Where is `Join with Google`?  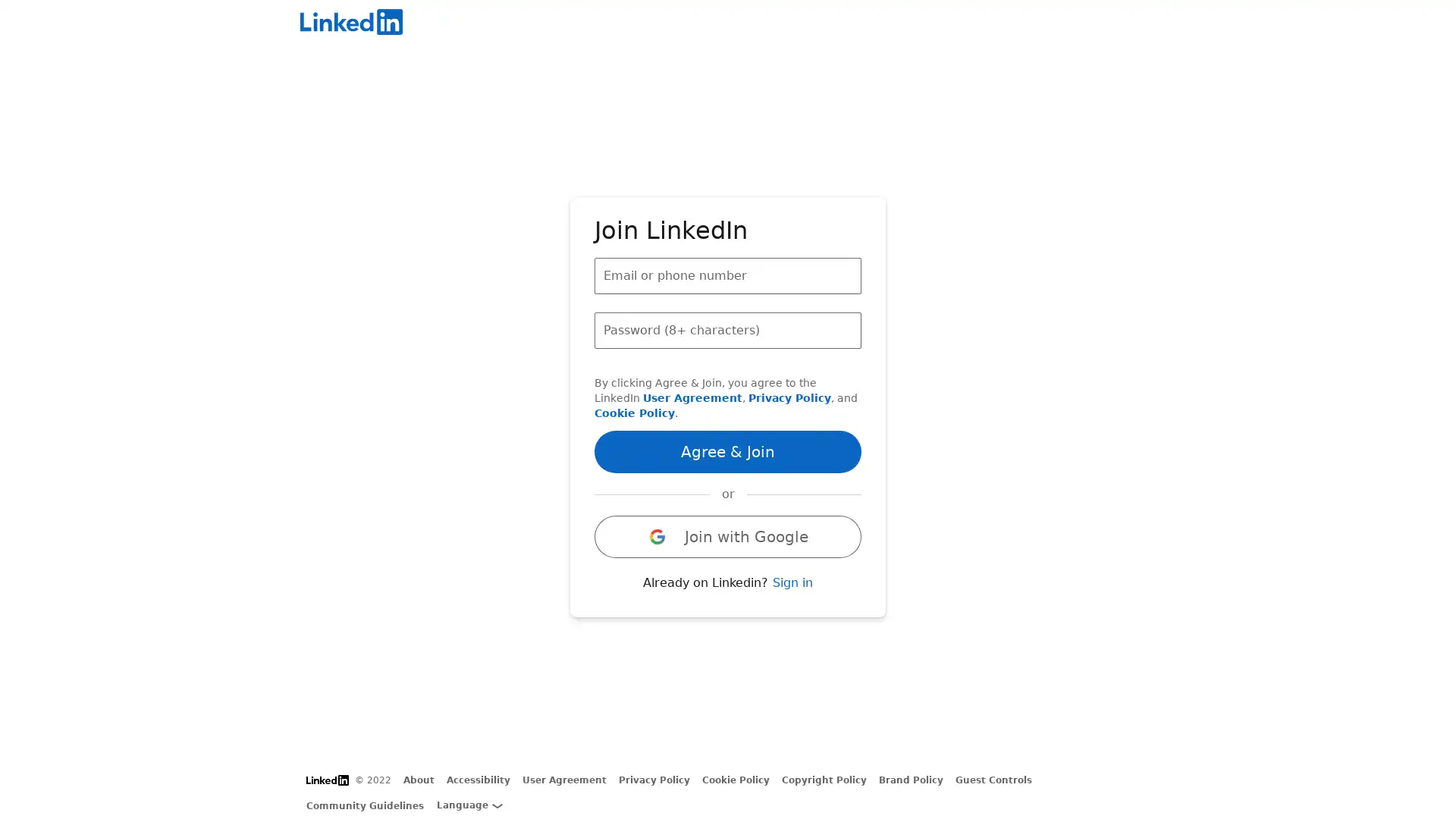 Join with Google is located at coordinates (728, 535).